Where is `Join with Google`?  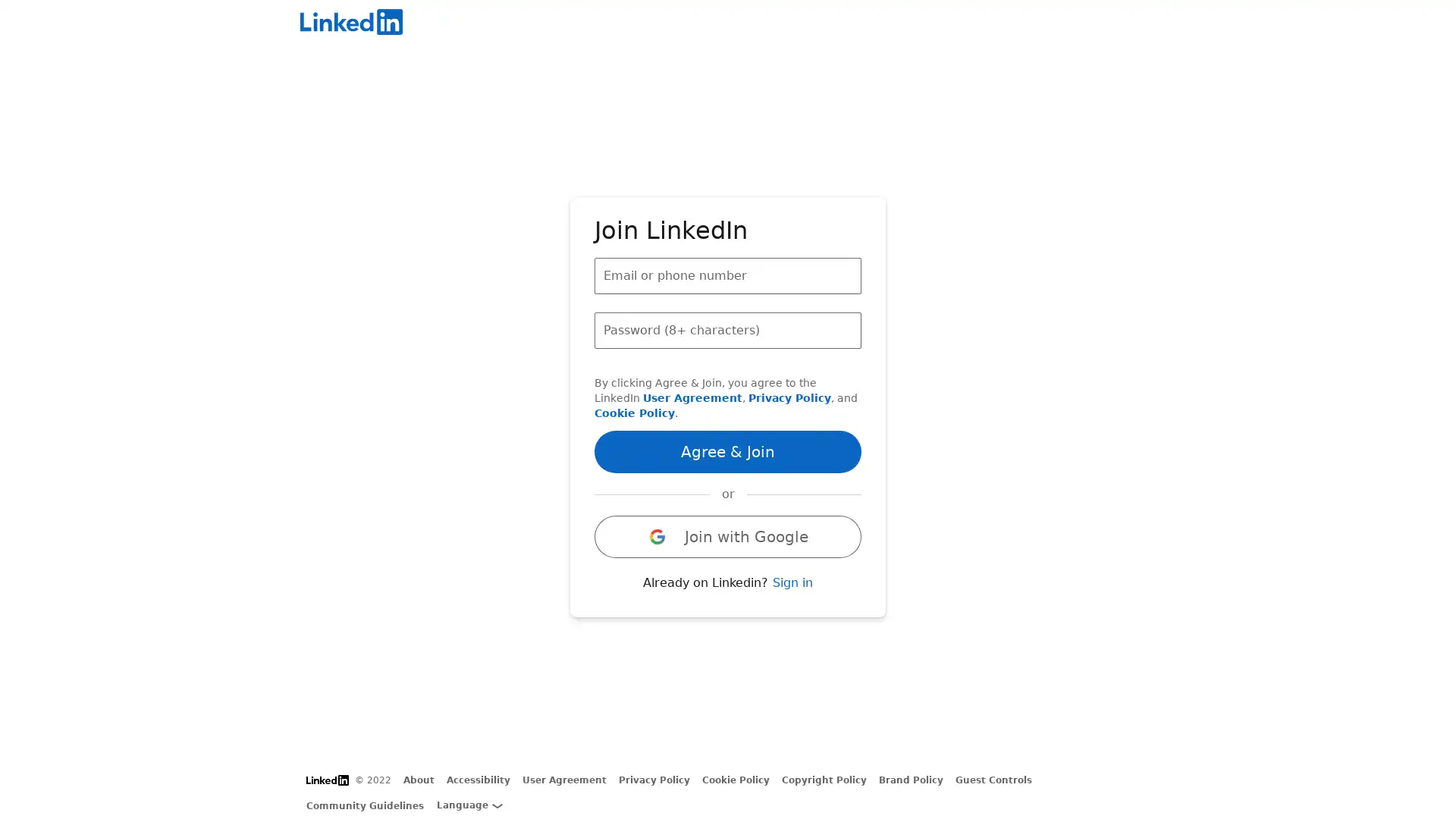 Join with Google is located at coordinates (728, 535).